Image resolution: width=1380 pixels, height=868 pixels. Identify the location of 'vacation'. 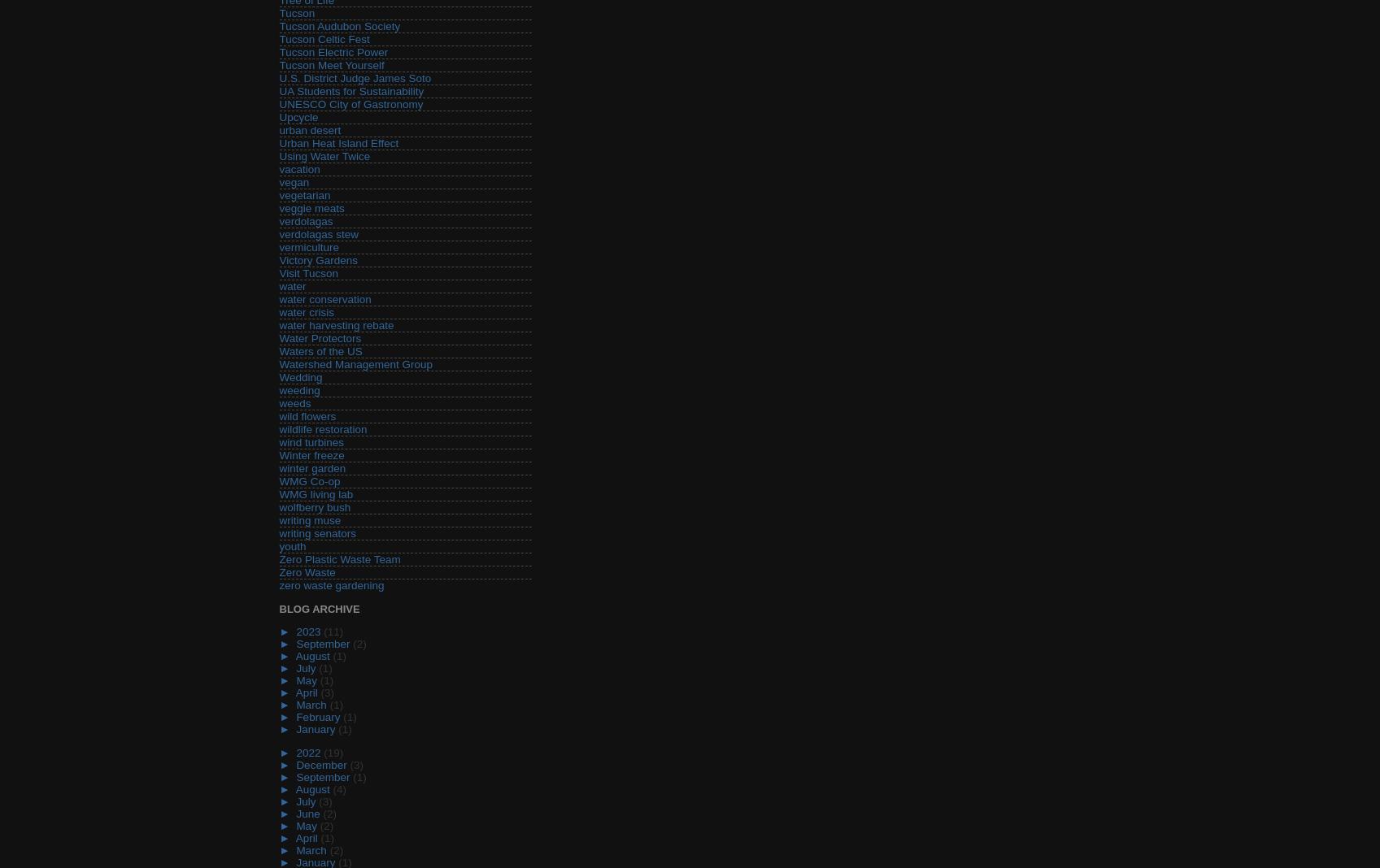
(299, 169).